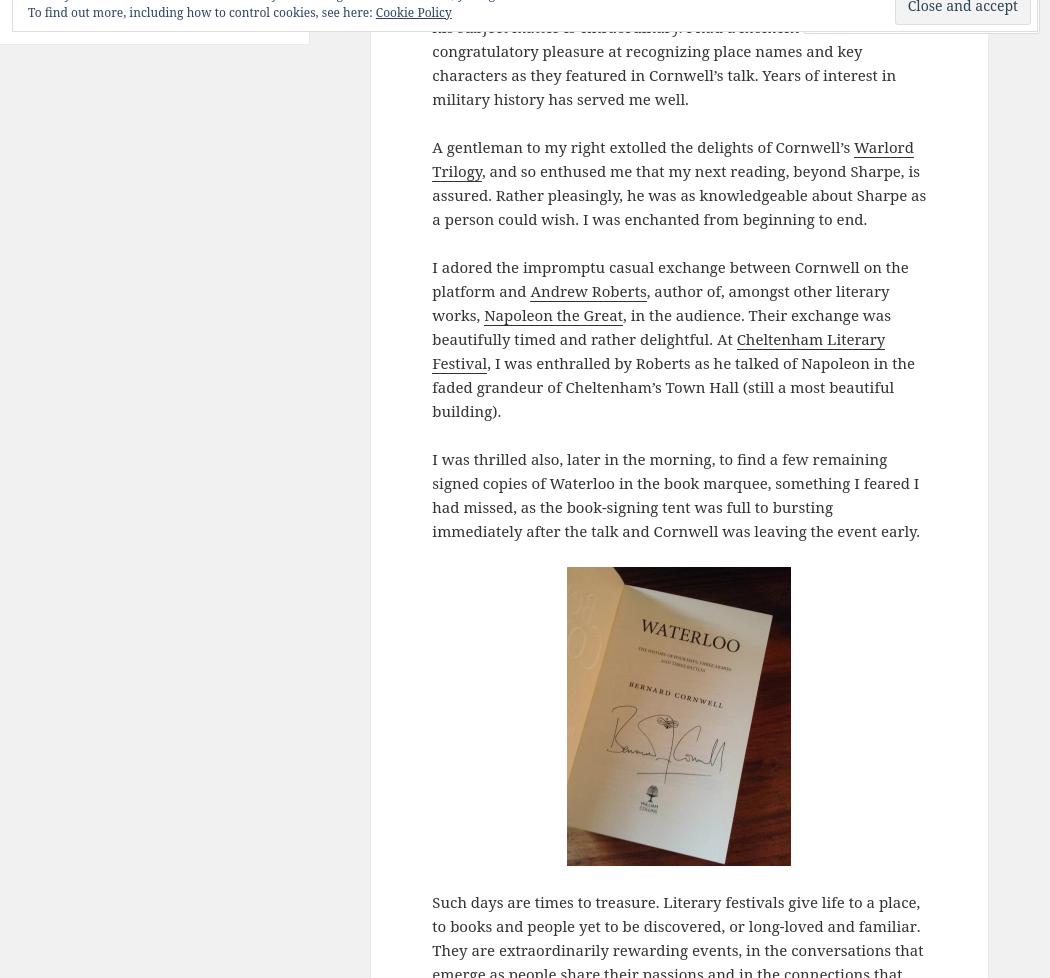 The height and width of the screenshot is (978, 1050). I want to click on 'Comment', so click(868, 16).